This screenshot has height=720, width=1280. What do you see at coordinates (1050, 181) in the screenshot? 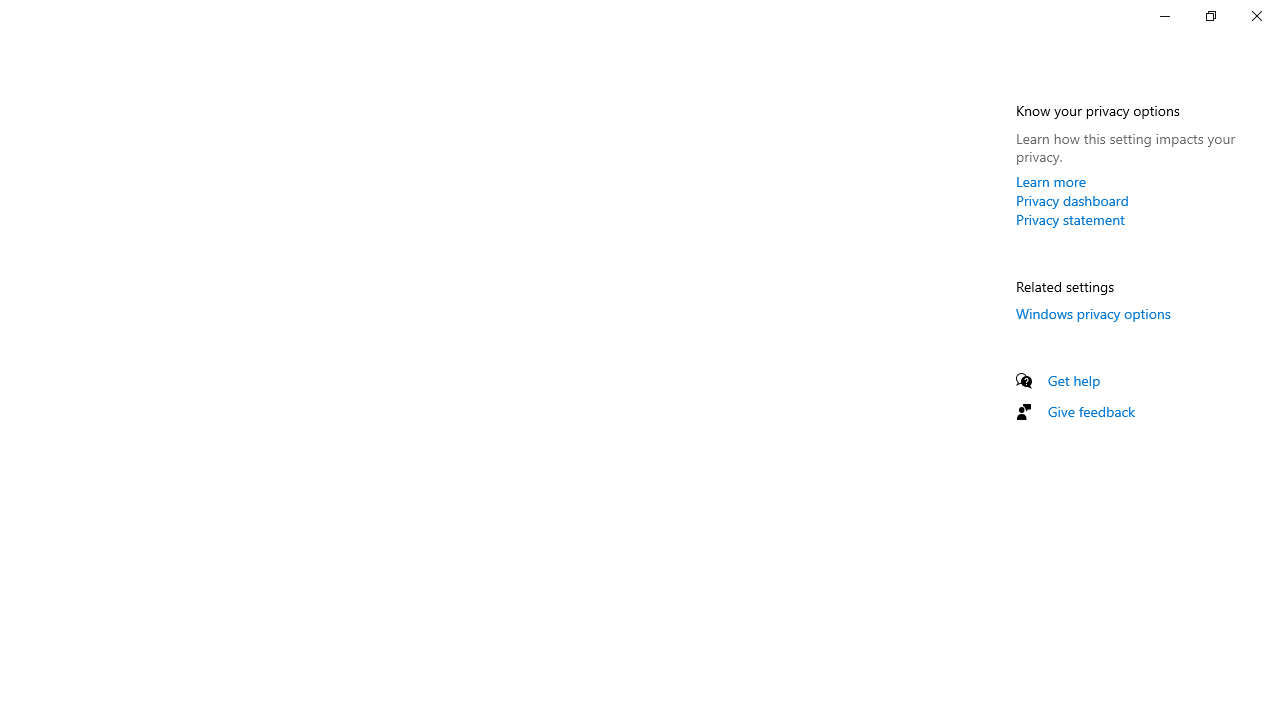
I see `'Learn more'` at bounding box center [1050, 181].